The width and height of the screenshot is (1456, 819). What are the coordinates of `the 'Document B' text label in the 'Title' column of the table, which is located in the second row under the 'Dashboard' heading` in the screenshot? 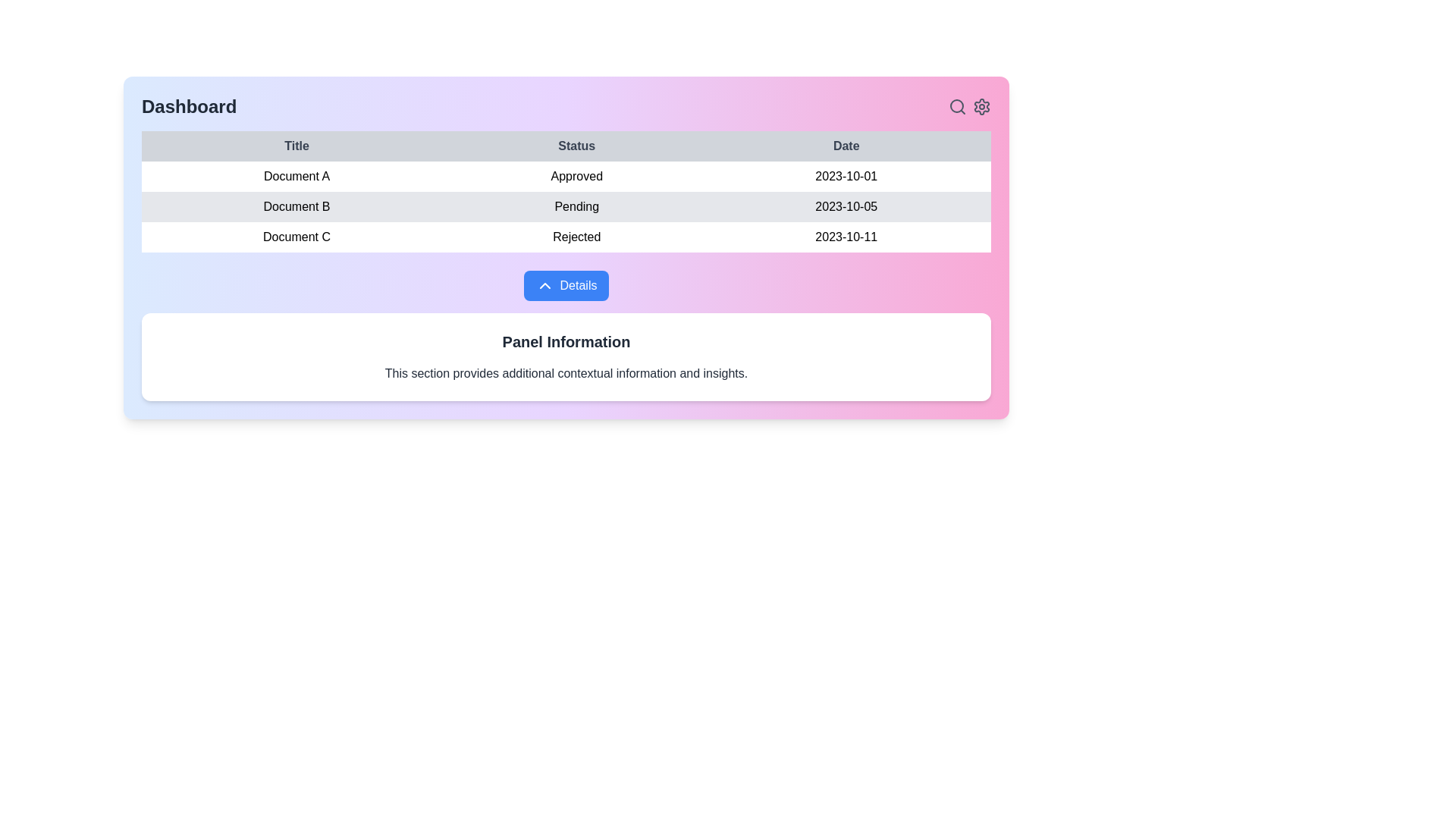 It's located at (297, 207).